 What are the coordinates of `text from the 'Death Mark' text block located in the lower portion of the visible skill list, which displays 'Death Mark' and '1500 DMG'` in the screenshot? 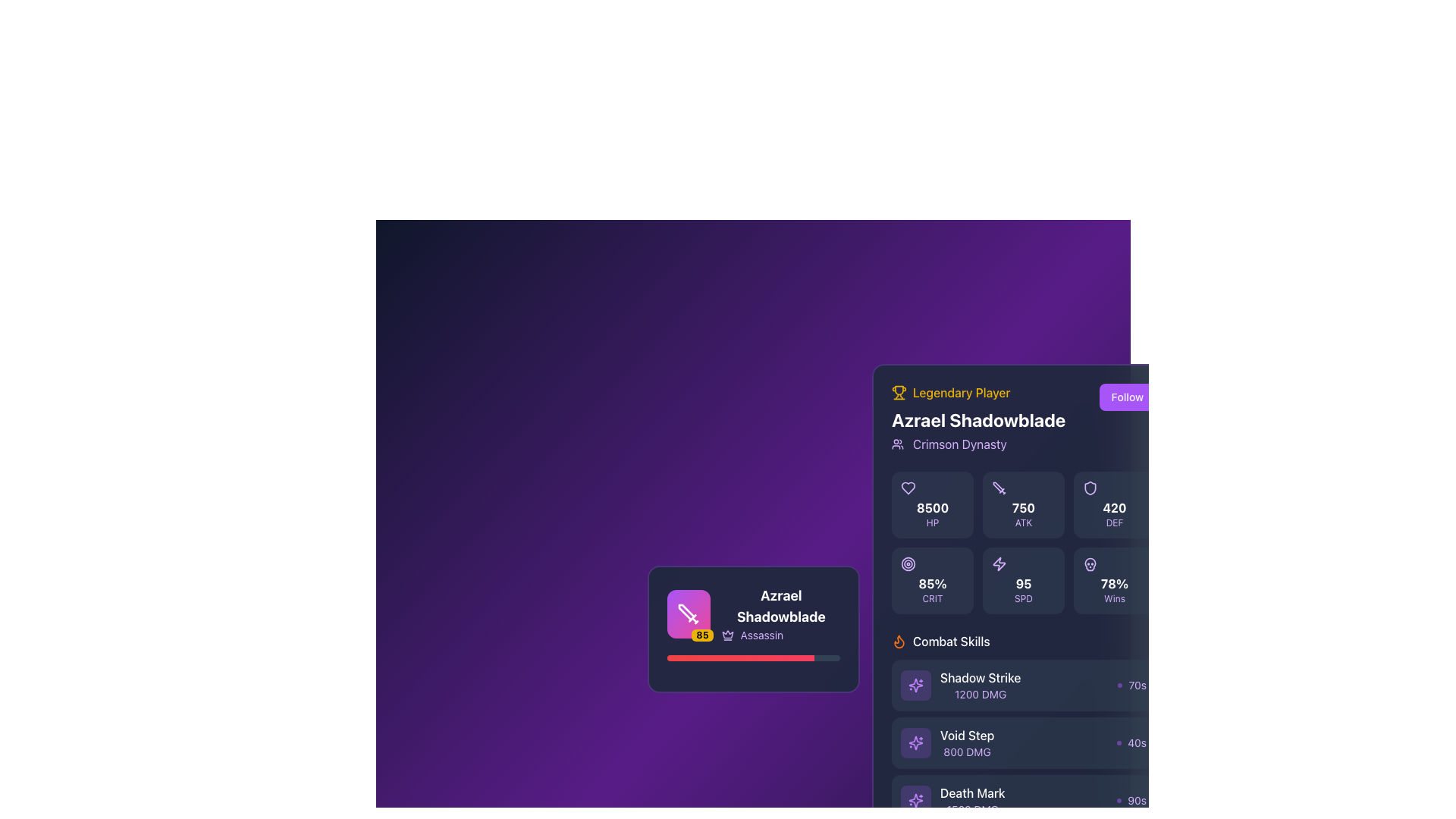 It's located at (972, 800).